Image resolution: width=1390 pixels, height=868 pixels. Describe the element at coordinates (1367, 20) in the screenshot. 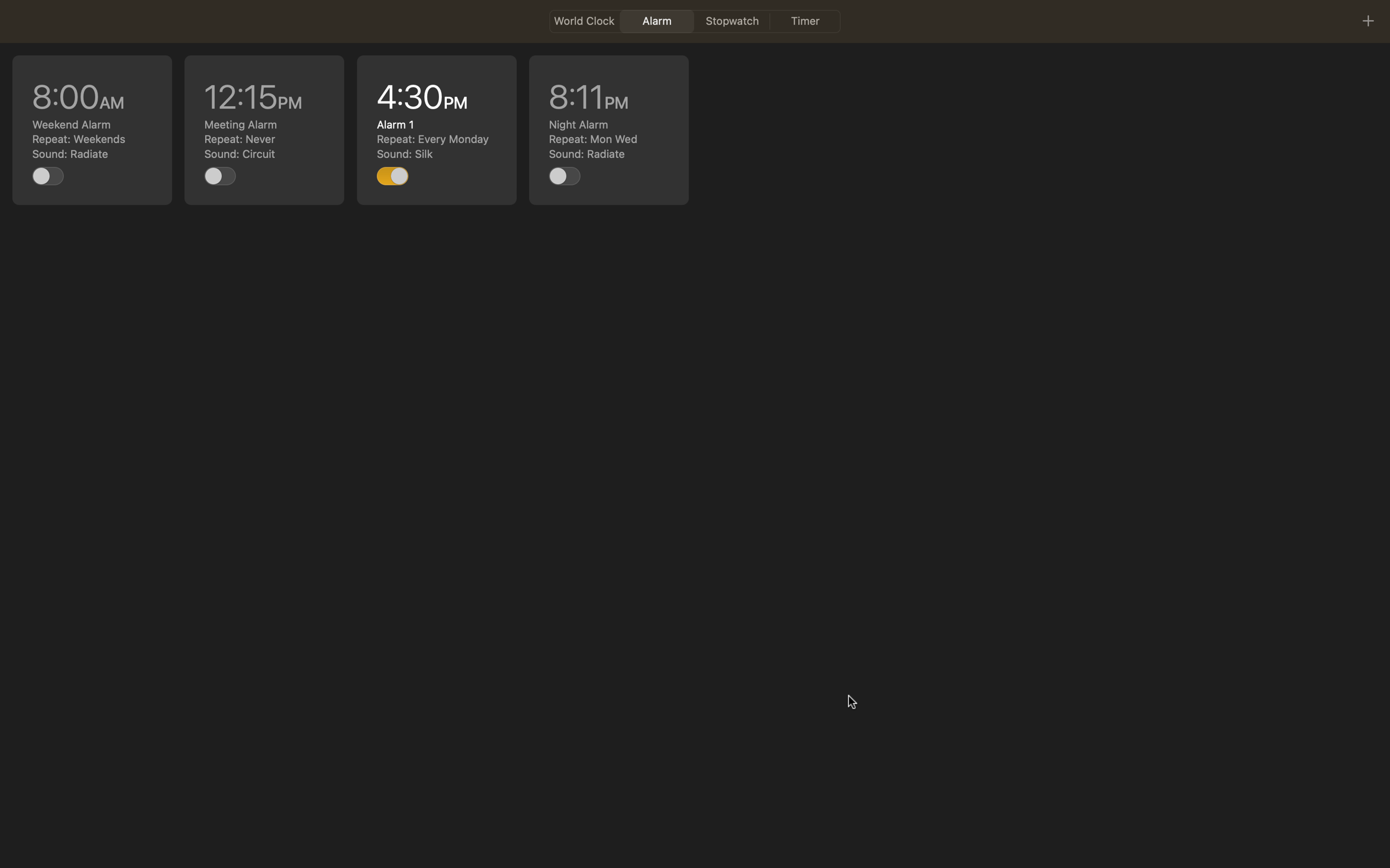

I see `the "add" button to set a new reminder` at that location.